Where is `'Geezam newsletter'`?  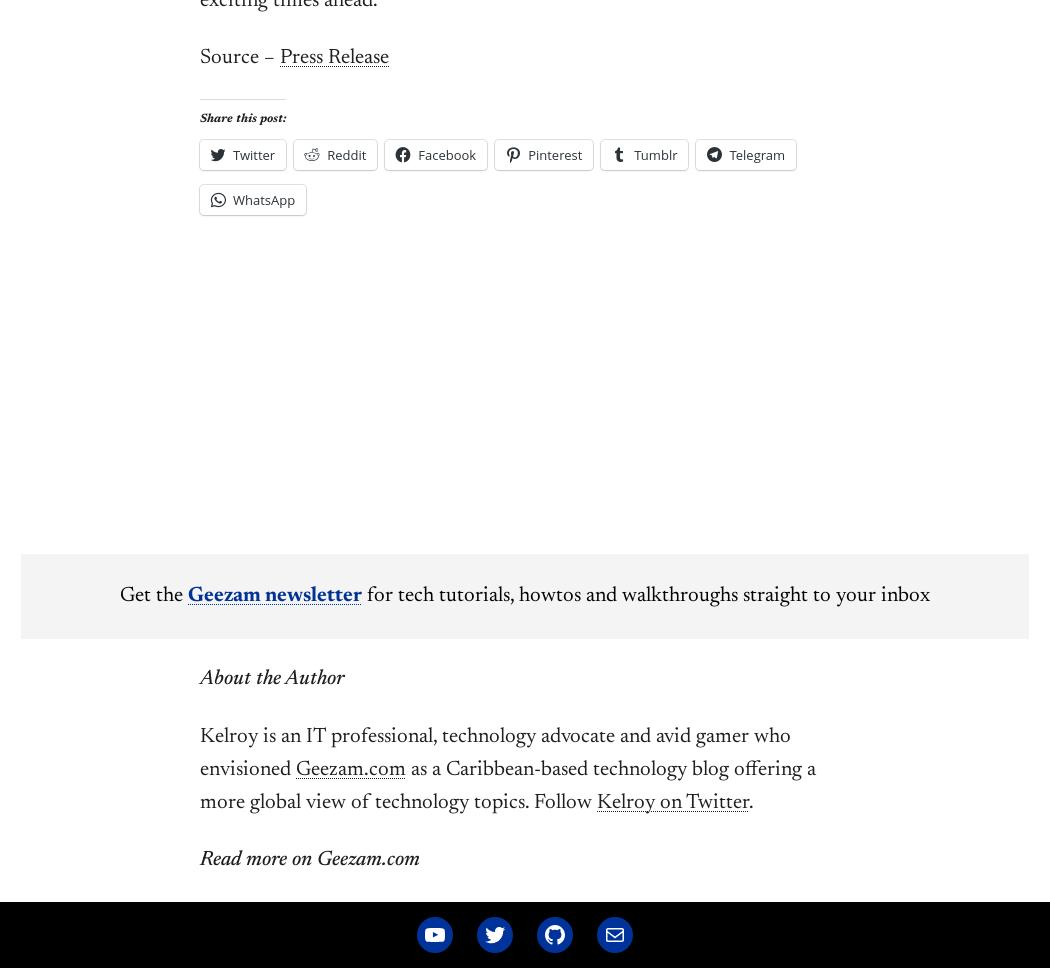
'Geezam newsletter' is located at coordinates (273, 596).